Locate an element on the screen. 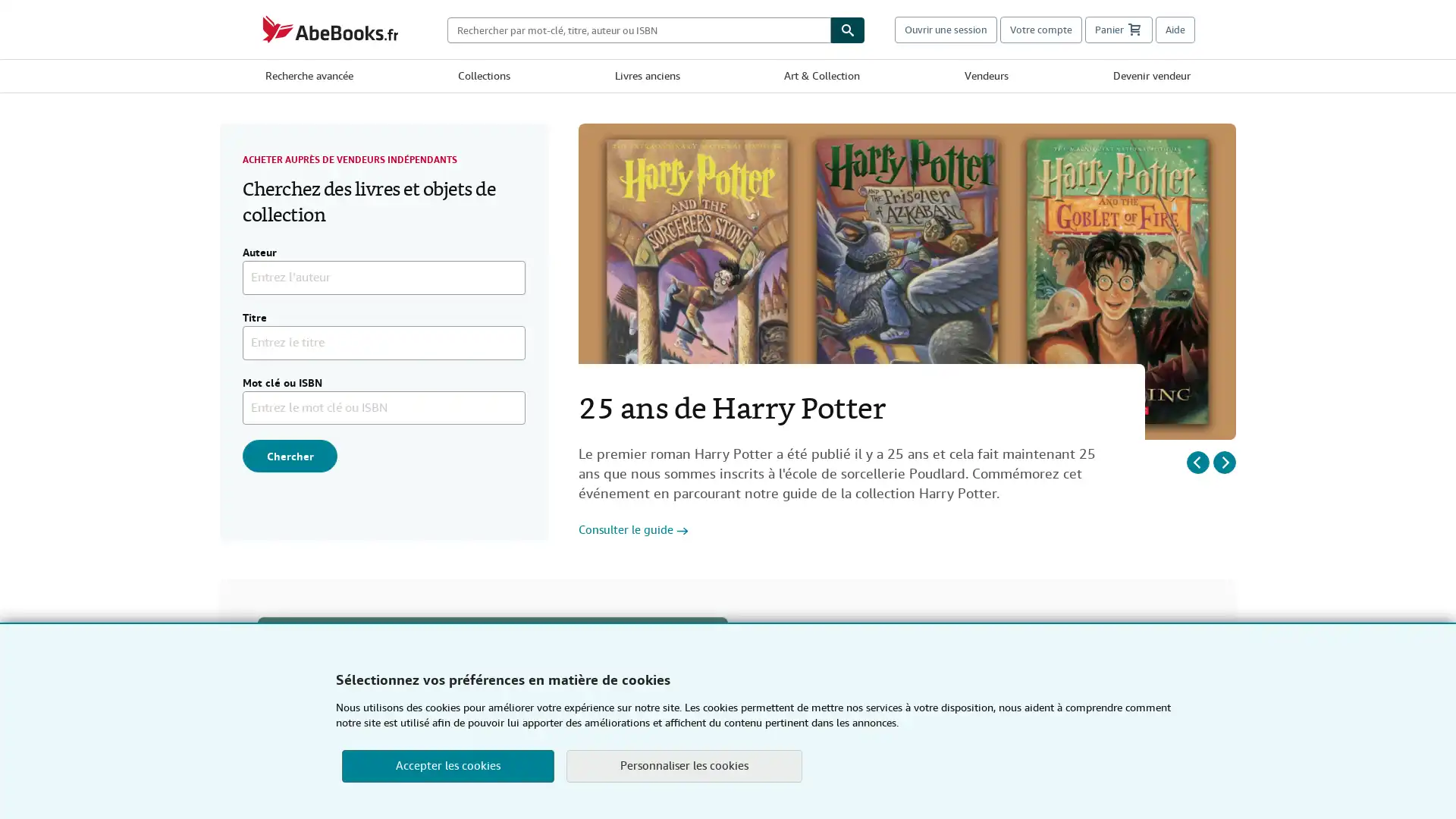 The height and width of the screenshot is (819, 1456). Previous is located at coordinates (1197, 461).